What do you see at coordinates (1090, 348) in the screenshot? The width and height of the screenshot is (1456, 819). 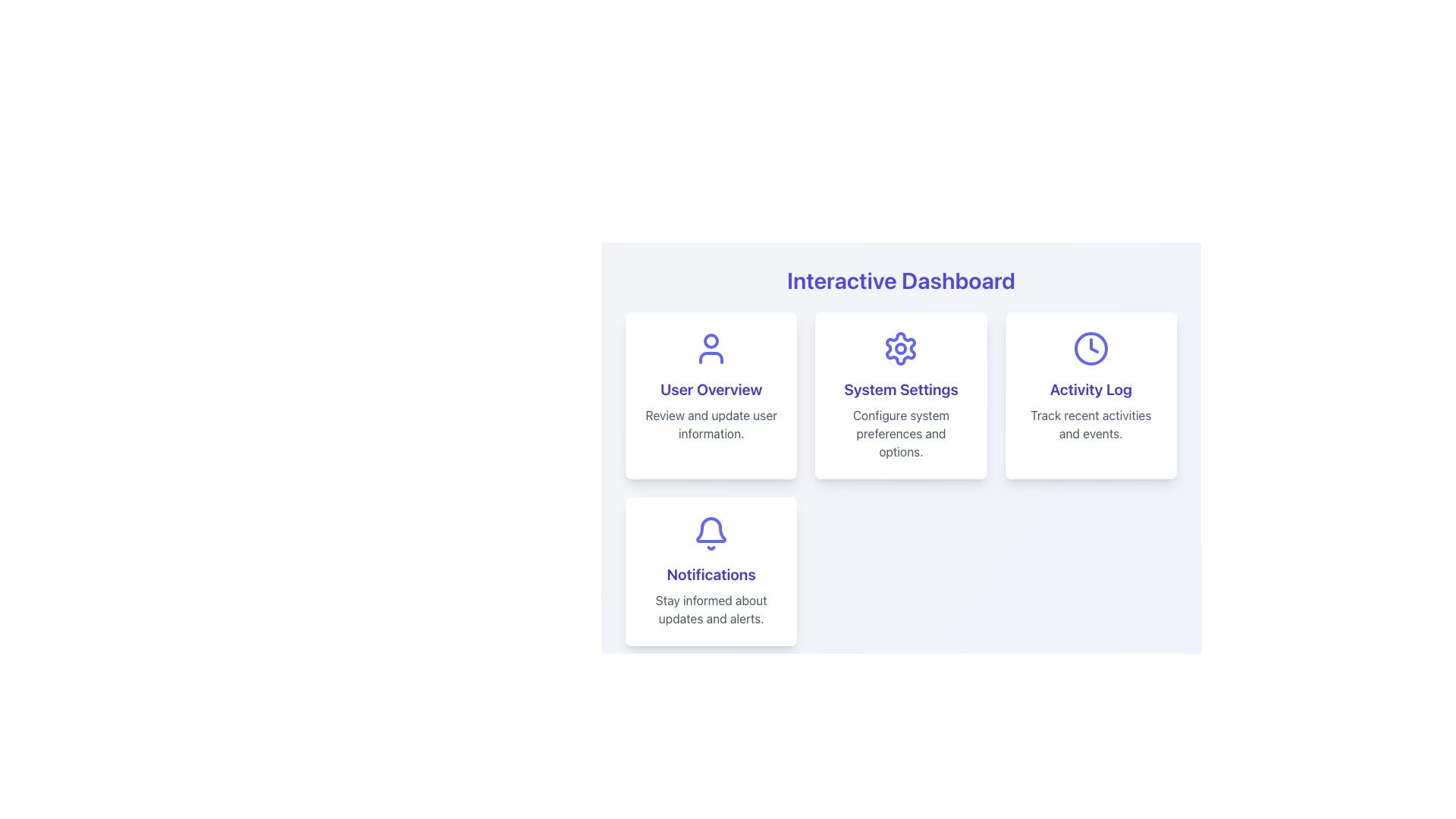 I see `the circular clock icon representing the 'Activity Log' feature, which is located in the top-right tile of the layout grid` at bounding box center [1090, 348].